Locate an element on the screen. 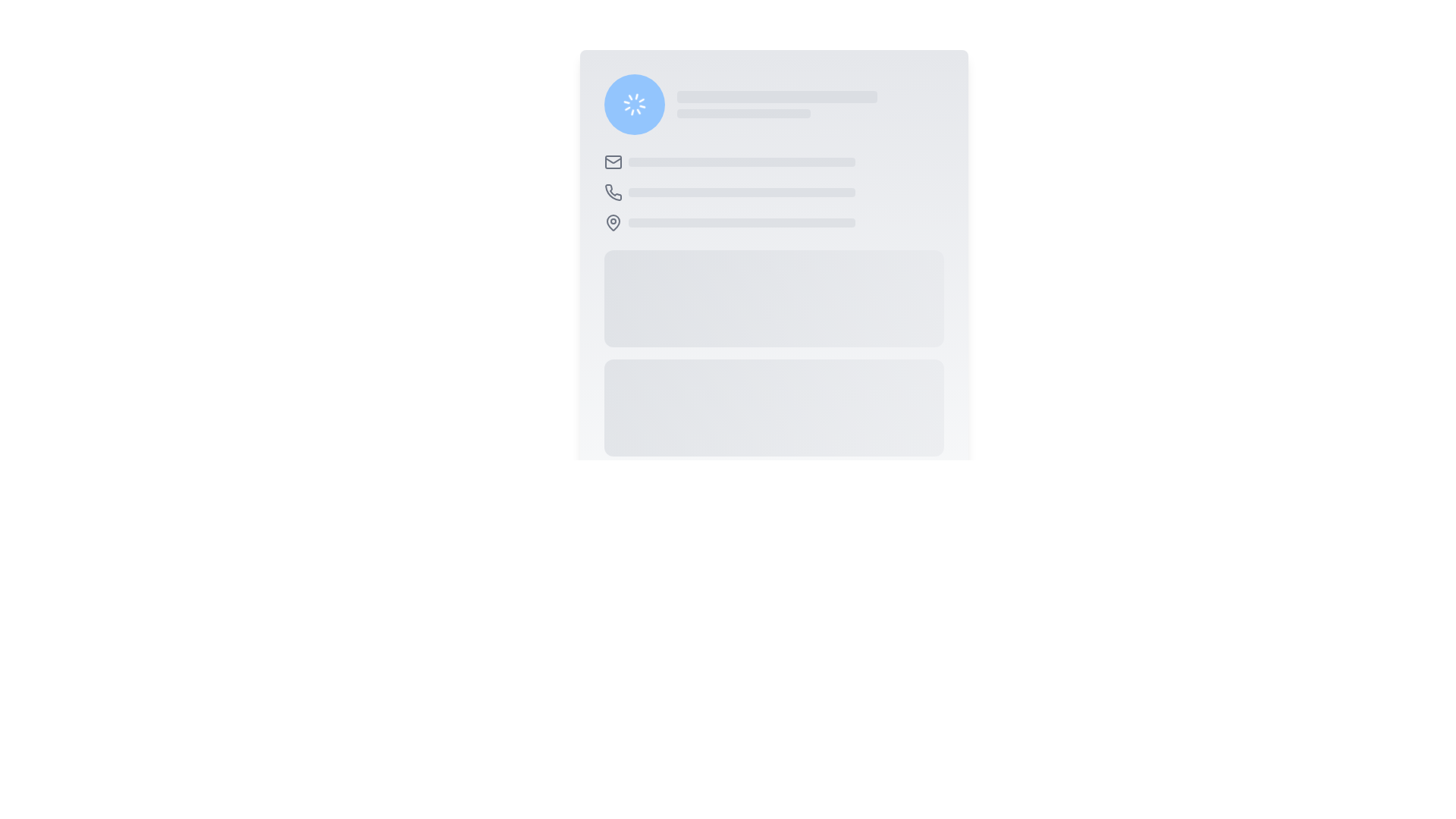 The width and height of the screenshot is (1456, 819). the Loading placeholder with animations located in the upper right portion of its containing block, adjacent to the spinning loader is located at coordinates (809, 104).